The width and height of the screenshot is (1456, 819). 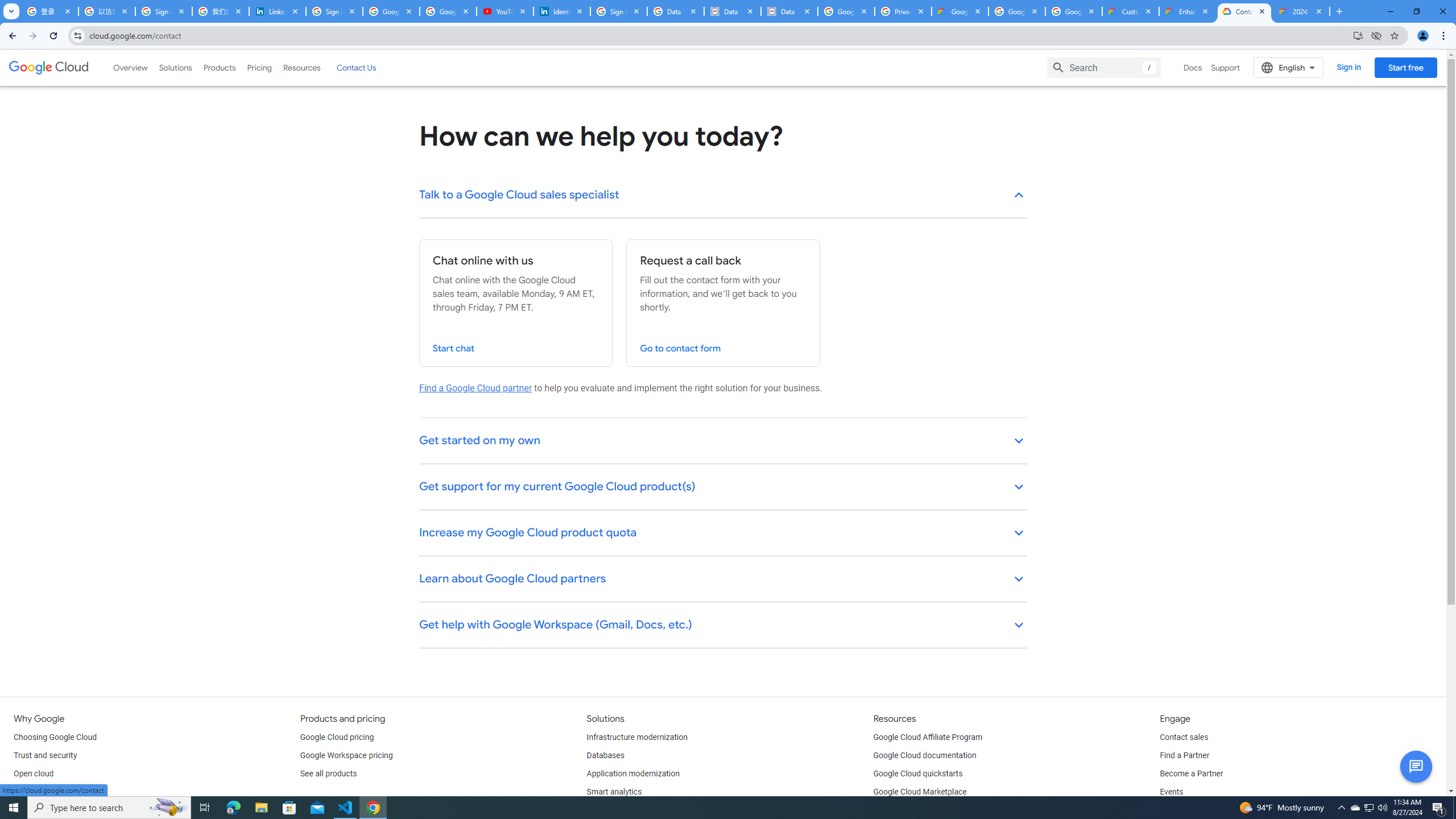 What do you see at coordinates (1423, 35) in the screenshot?
I see `'You'` at bounding box center [1423, 35].